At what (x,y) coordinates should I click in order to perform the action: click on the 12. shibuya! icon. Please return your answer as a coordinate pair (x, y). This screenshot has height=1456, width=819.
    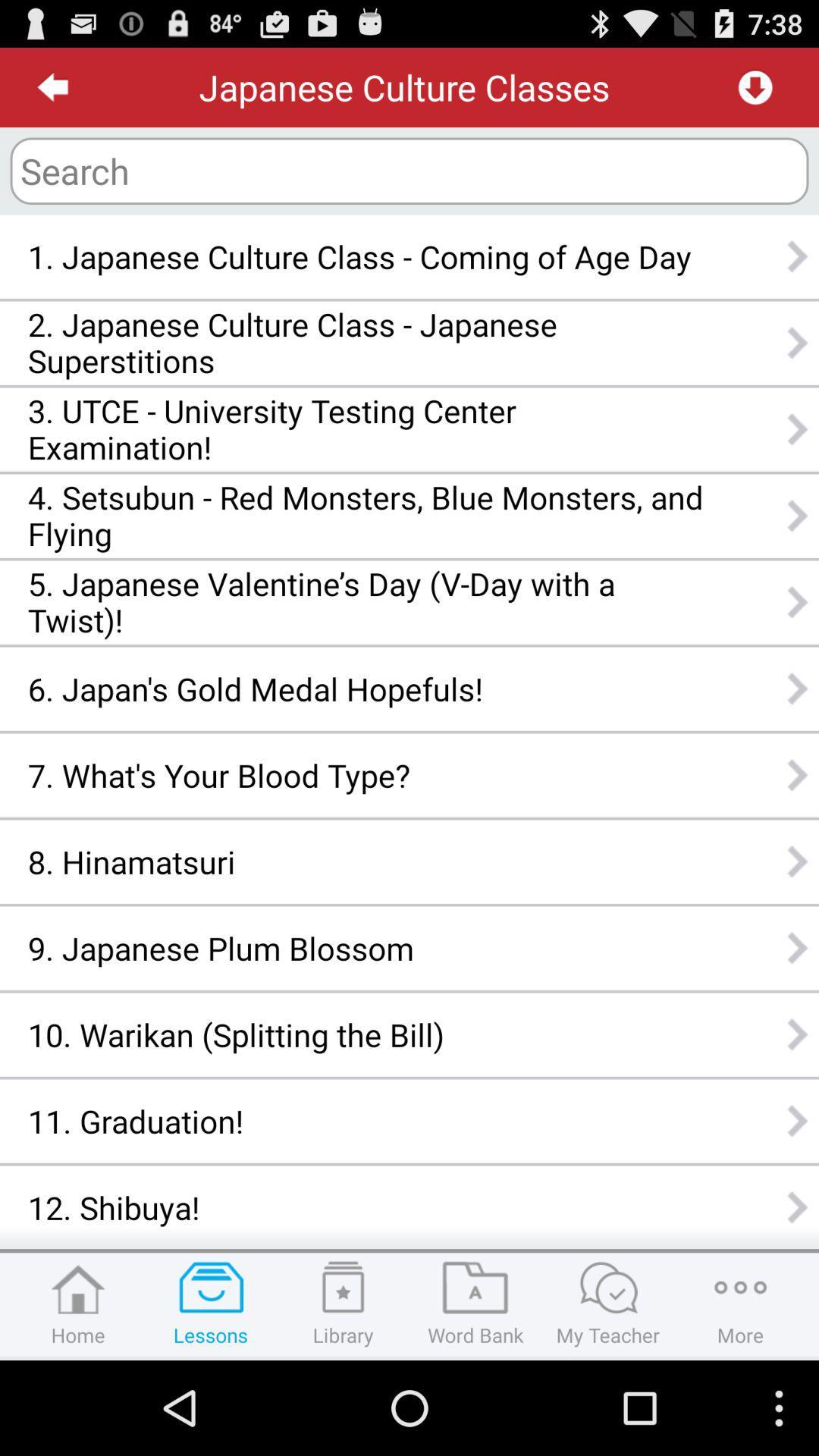
    Looking at the image, I should click on (366, 1207).